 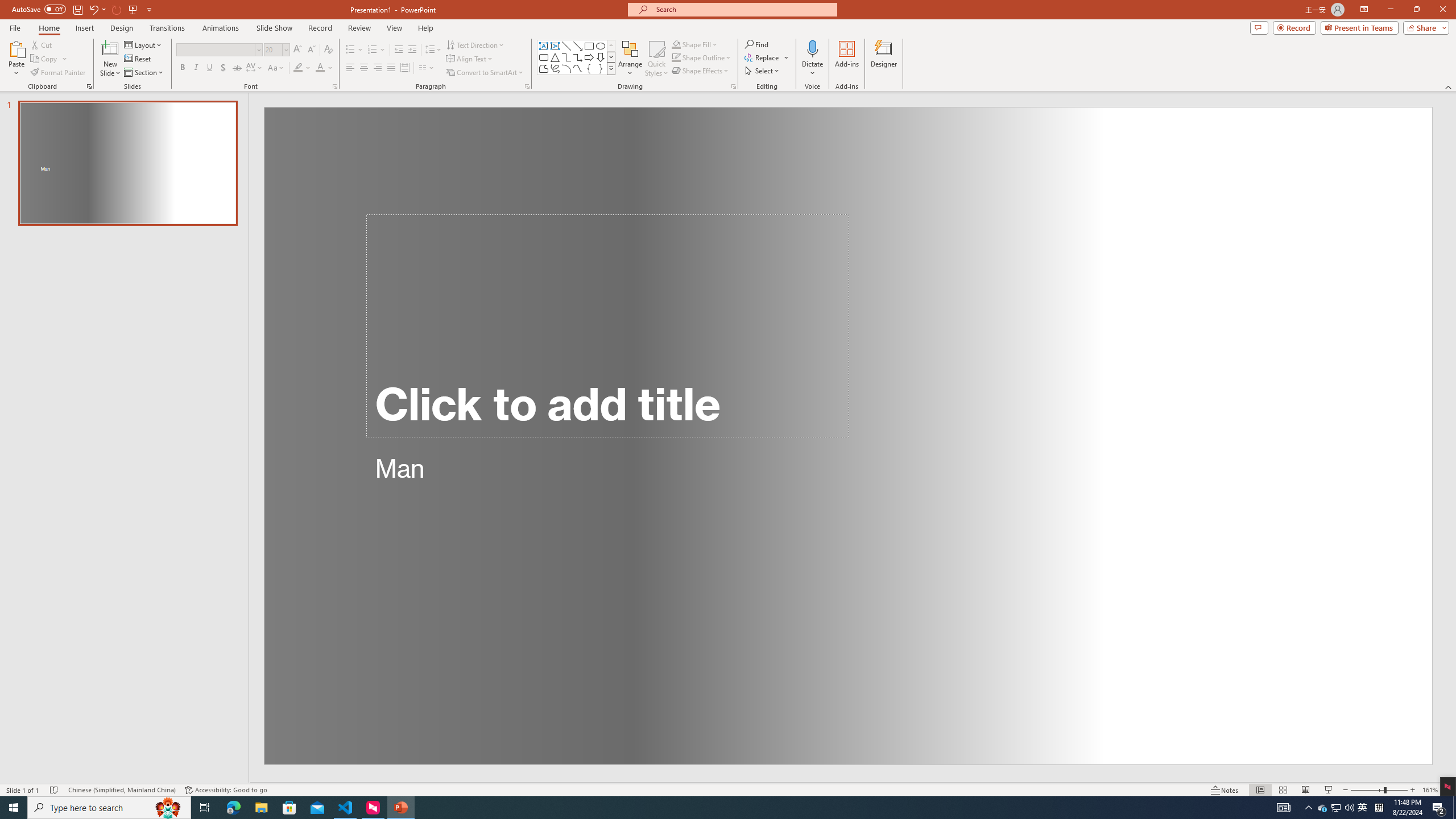 What do you see at coordinates (1282, 790) in the screenshot?
I see `'Slide Sorter'` at bounding box center [1282, 790].